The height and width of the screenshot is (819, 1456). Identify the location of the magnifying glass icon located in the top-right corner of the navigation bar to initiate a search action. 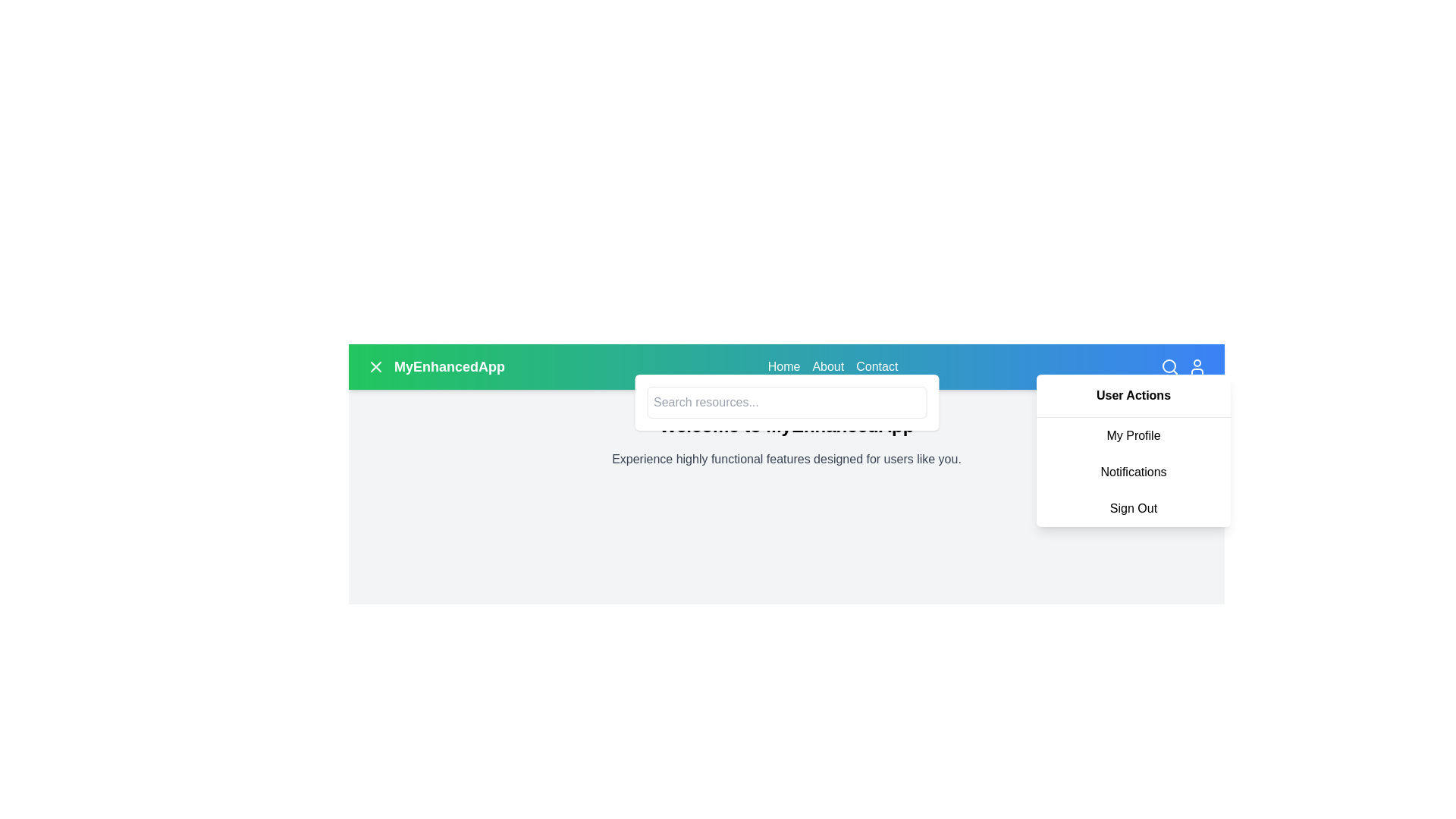
(1169, 366).